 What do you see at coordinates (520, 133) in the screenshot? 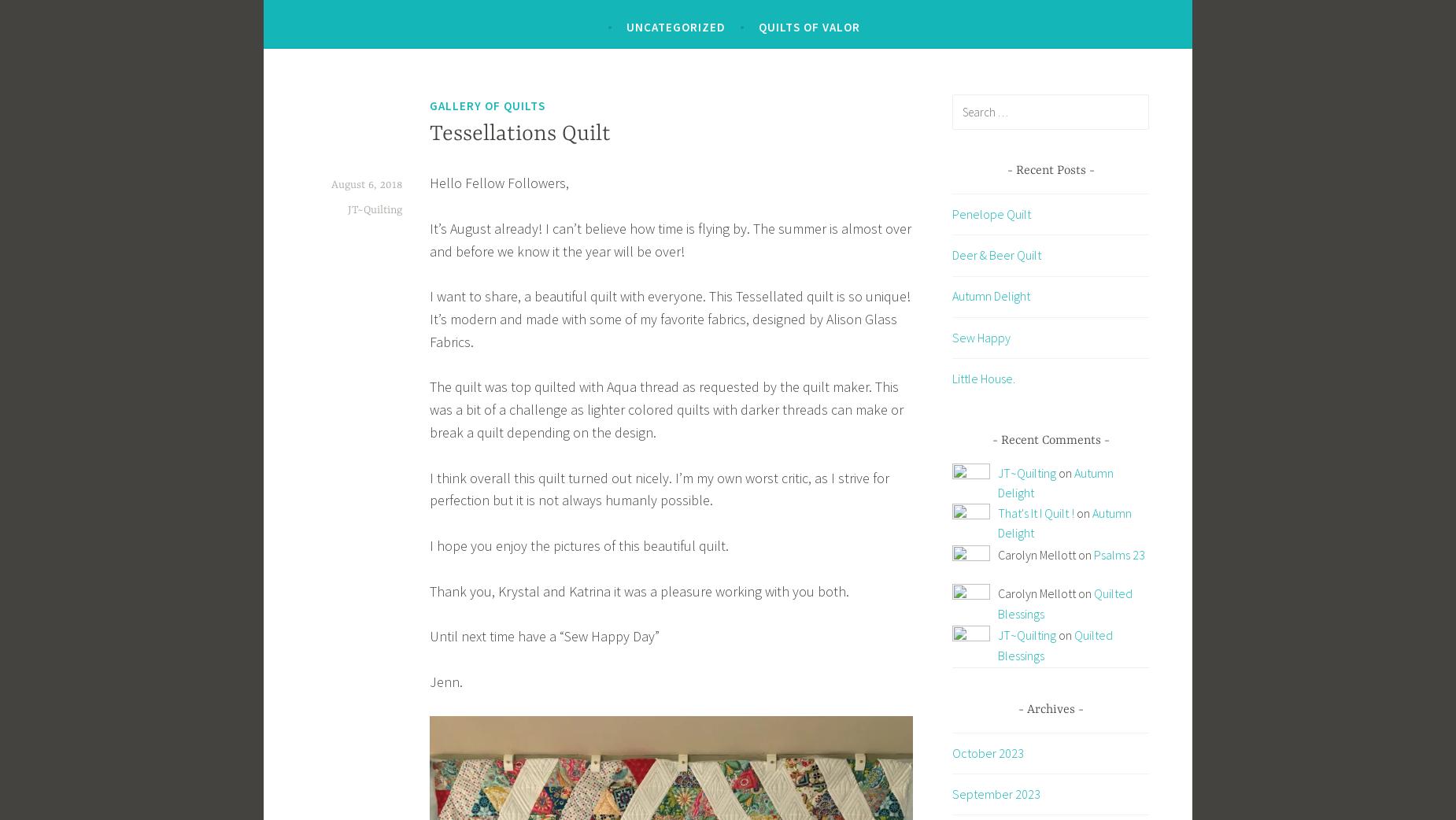
I see `'Tessellations Quilt'` at bounding box center [520, 133].